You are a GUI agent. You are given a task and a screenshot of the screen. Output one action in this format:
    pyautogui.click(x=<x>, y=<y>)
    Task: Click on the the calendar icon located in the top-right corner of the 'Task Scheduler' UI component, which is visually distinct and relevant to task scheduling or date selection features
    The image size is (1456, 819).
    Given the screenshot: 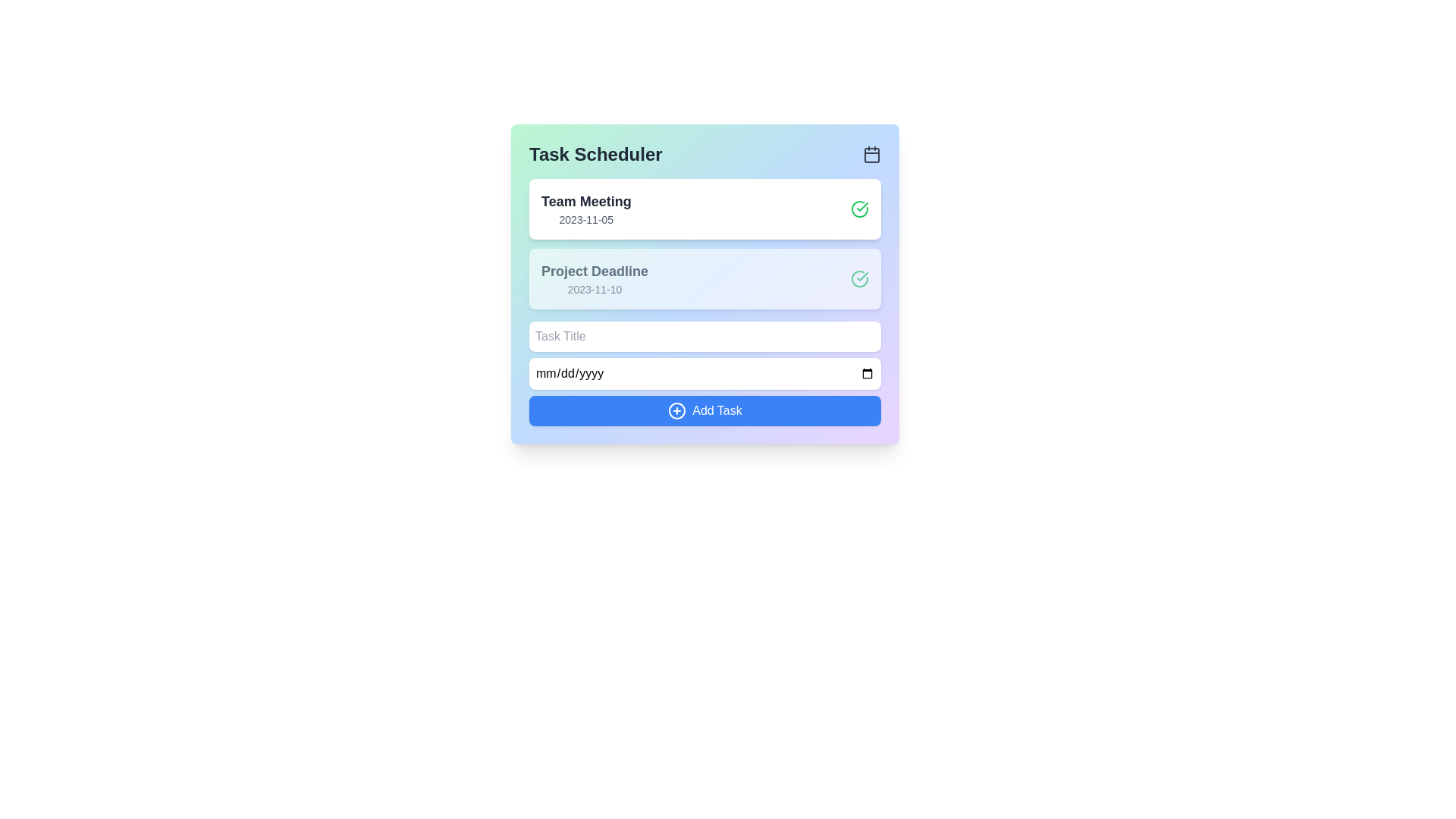 What is the action you would take?
    pyautogui.click(x=872, y=155)
    